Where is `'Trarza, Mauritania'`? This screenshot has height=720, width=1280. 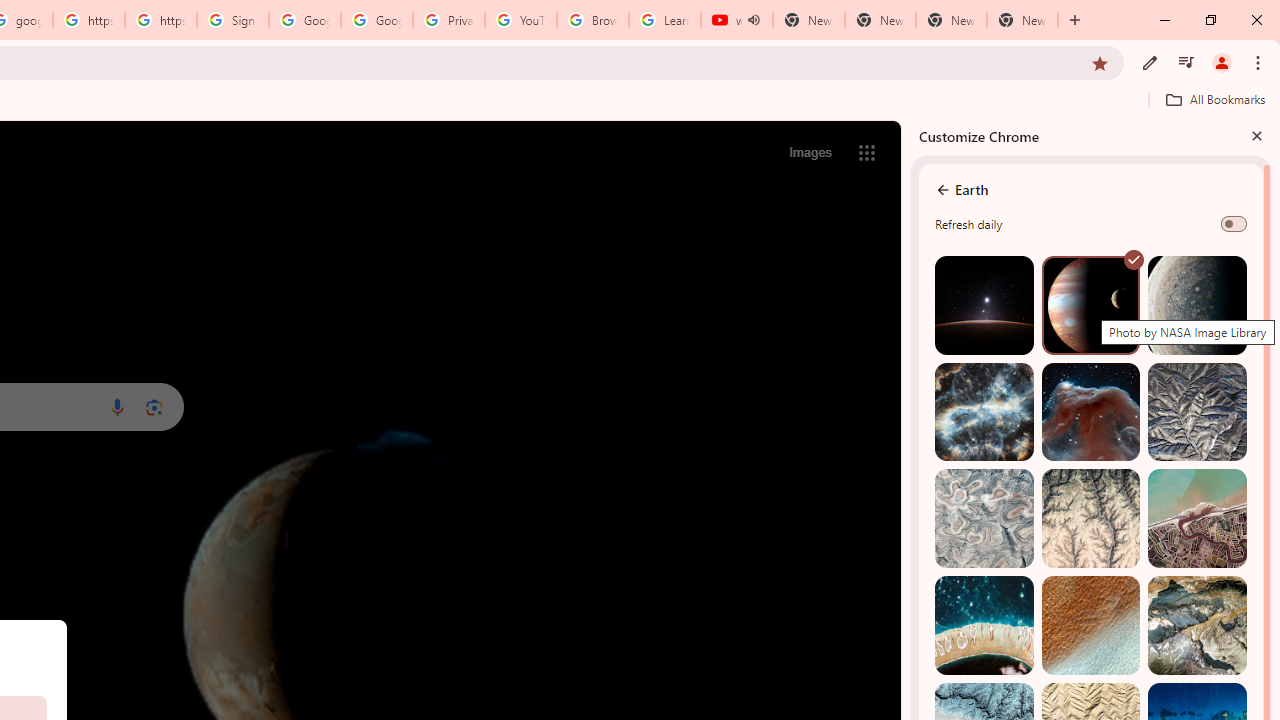
'Trarza, Mauritania' is located at coordinates (1089, 624).